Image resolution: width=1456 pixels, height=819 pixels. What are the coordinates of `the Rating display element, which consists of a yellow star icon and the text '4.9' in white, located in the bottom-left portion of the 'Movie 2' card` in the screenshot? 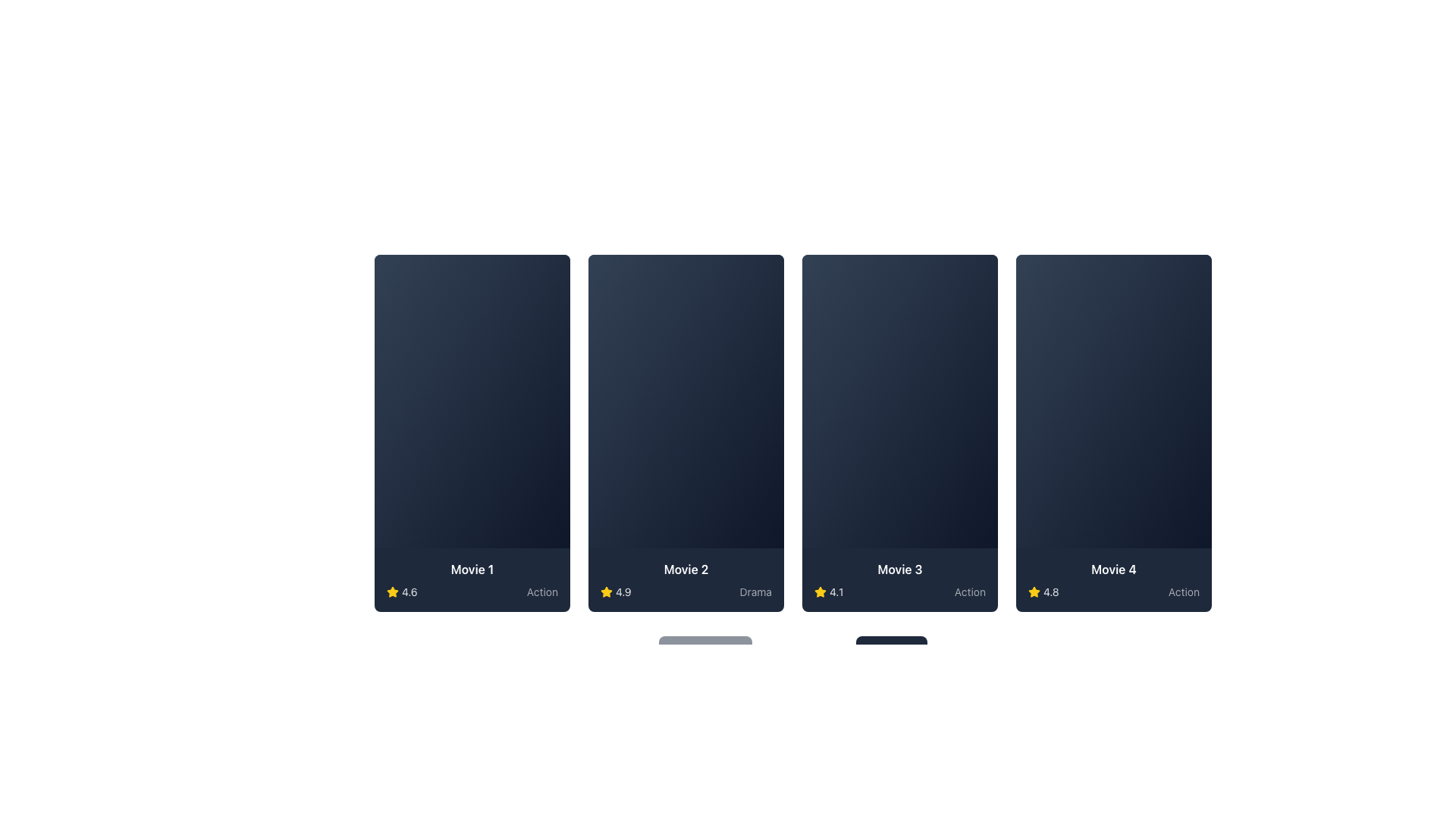 It's located at (616, 591).